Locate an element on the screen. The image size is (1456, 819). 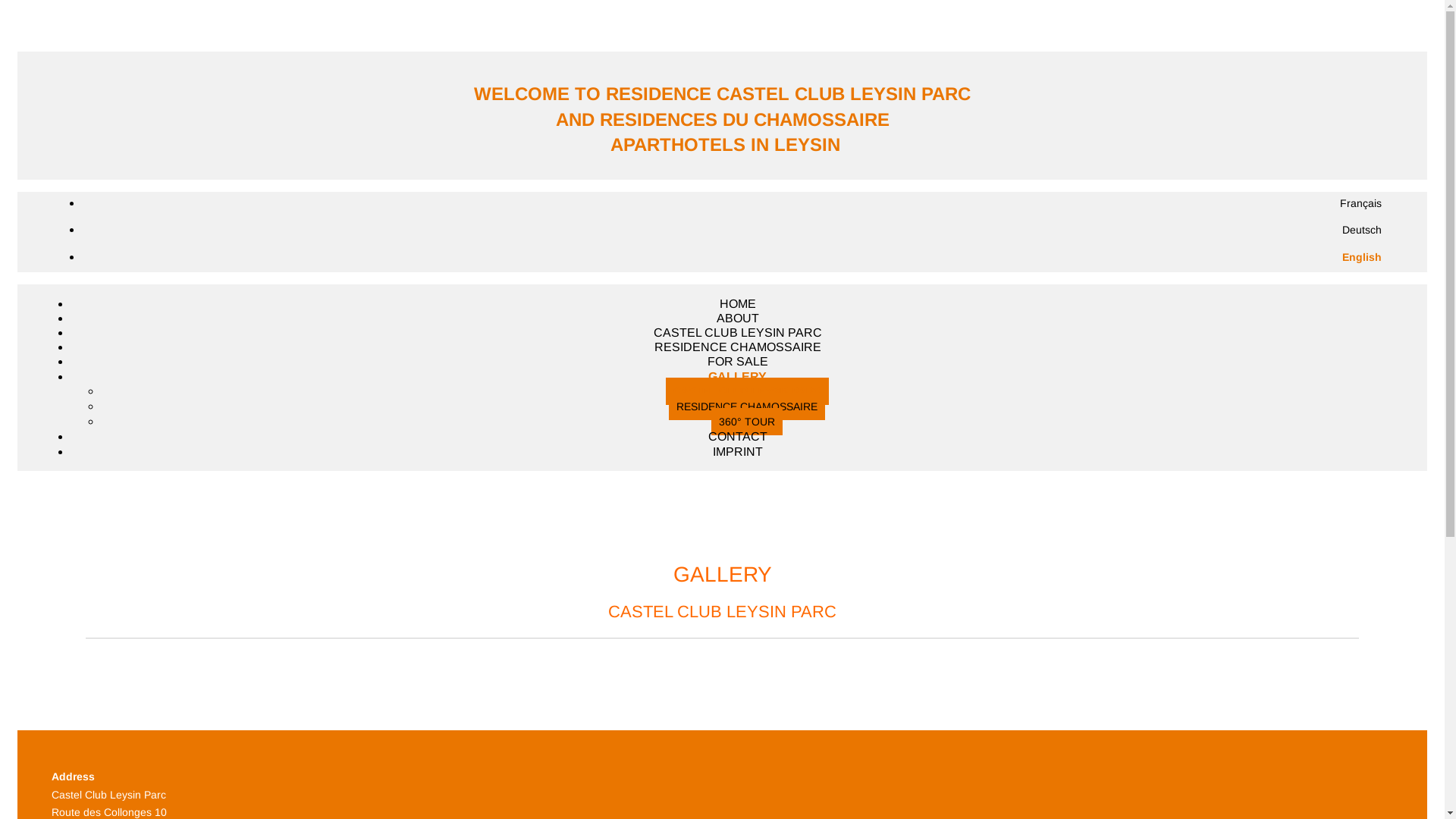
'IMPRINT' is located at coordinates (738, 450).